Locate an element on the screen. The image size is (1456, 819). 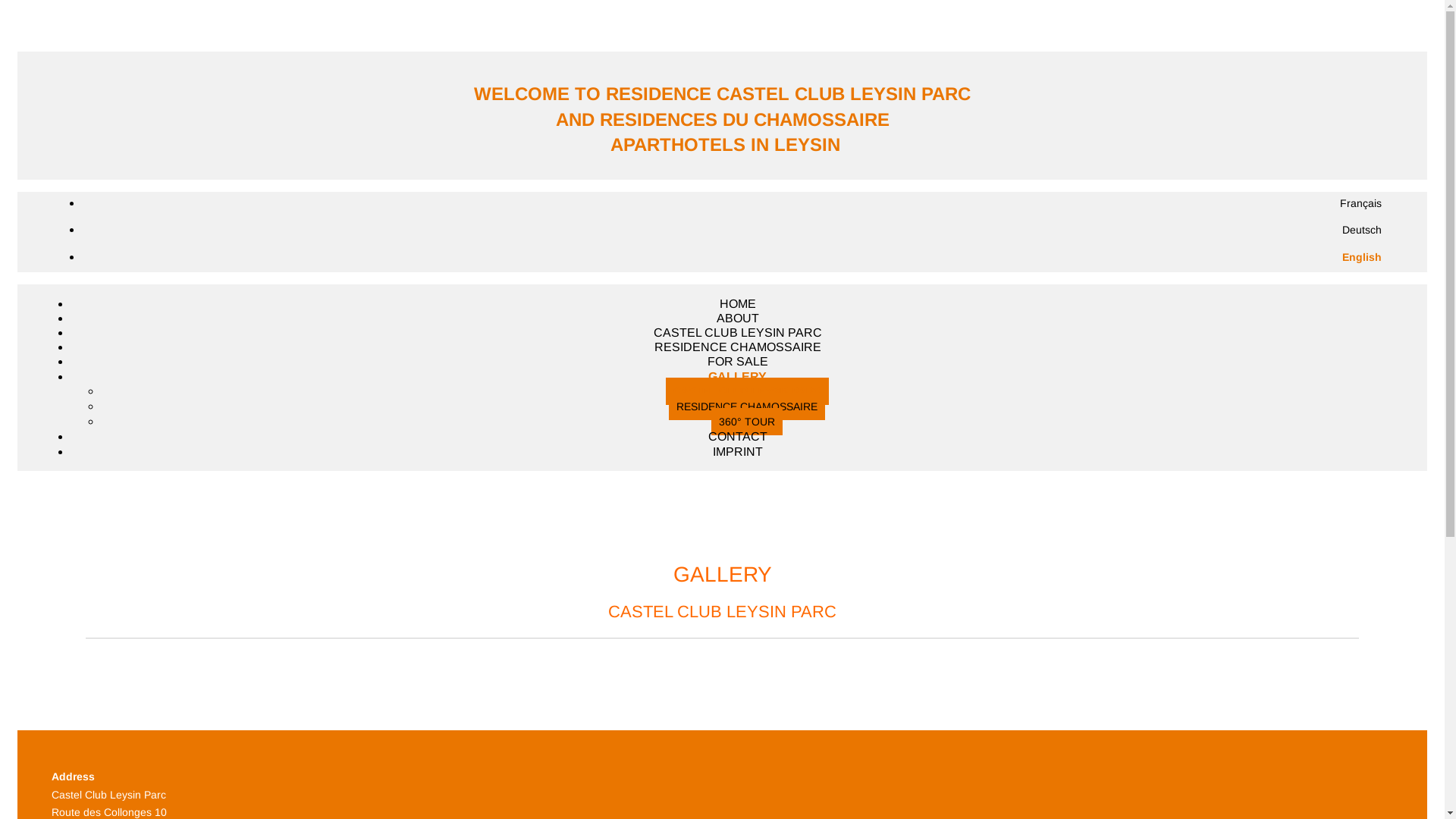
'IMPRINT' is located at coordinates (738, 450).